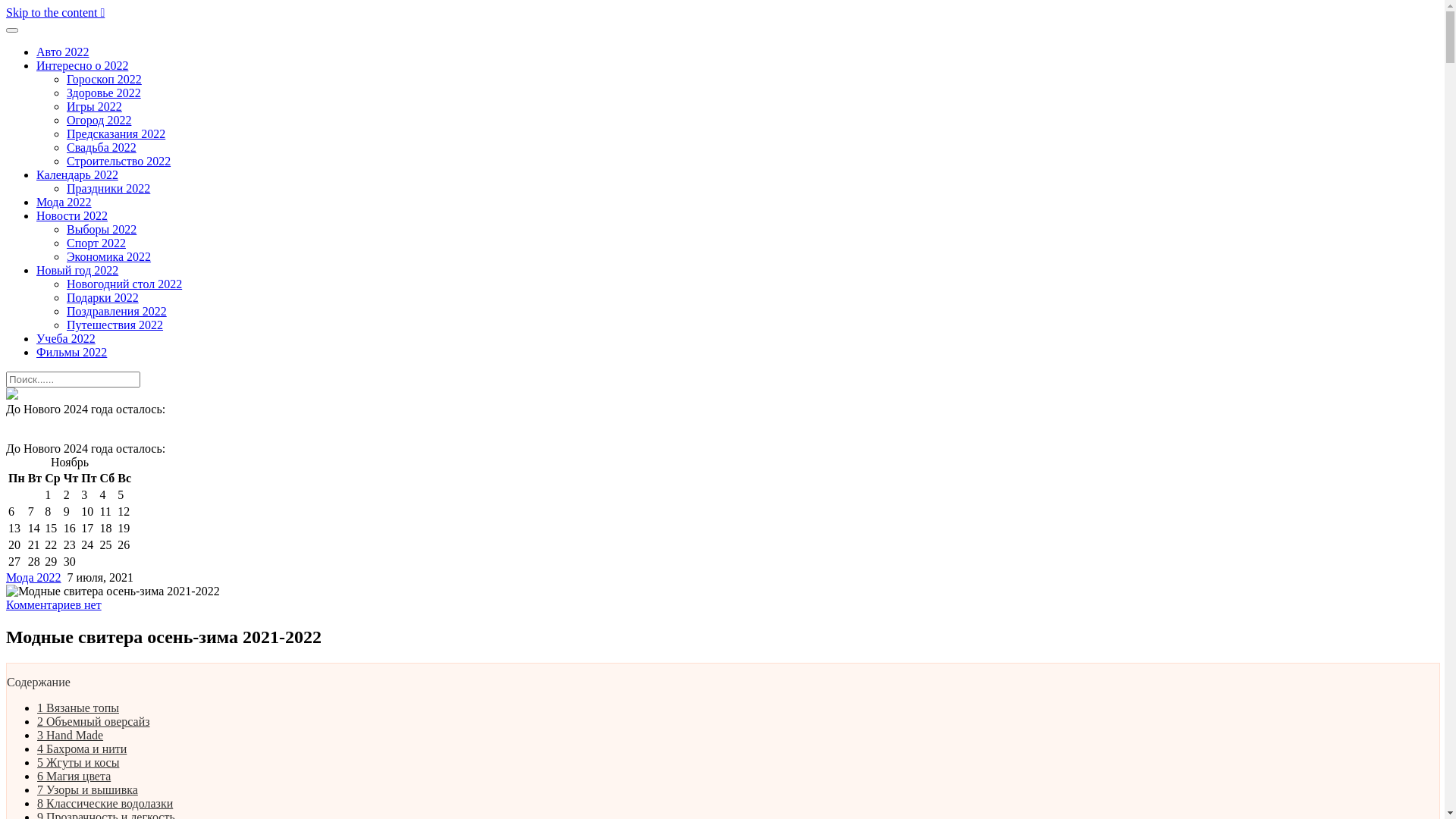 This screenshot has height=819, width=1456. Describe the element at coordinates (69, 734) in the screenshot. I see `'3 Hand Made'` at that location.